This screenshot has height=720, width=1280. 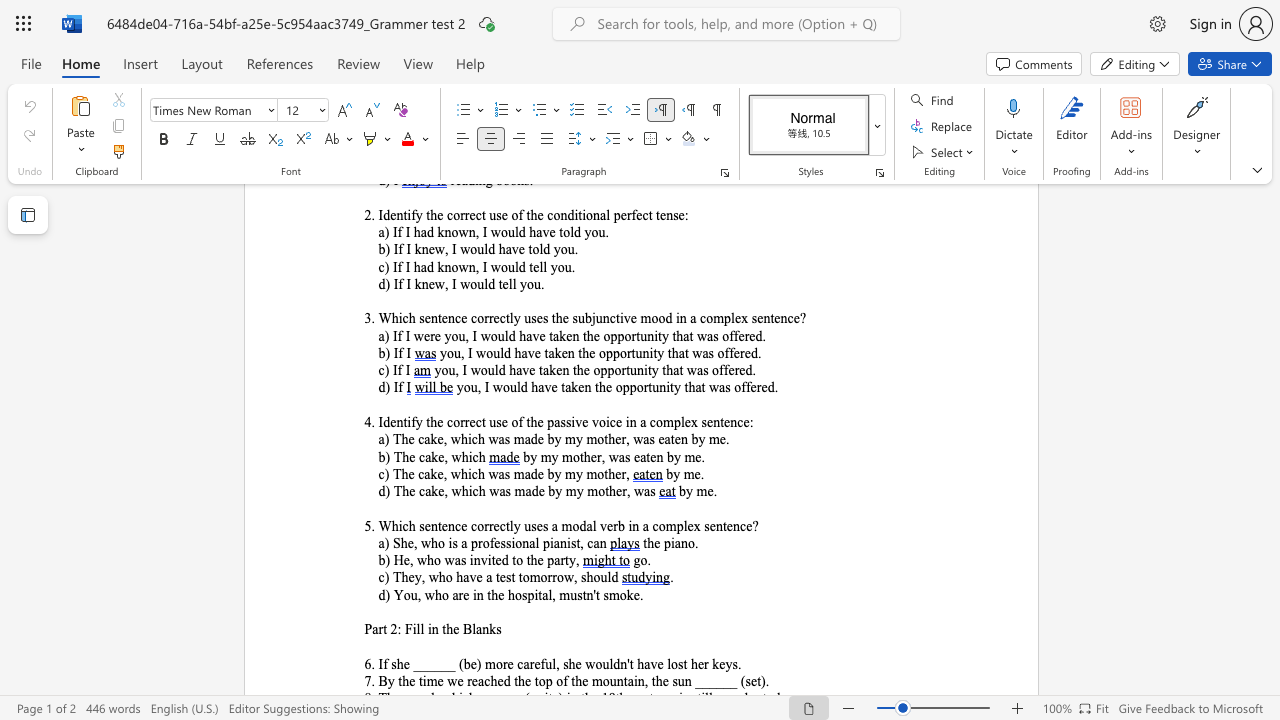 I want to click on the subset text "he cake," within the text "d) The cake, which was made by my mother, was", so click(x=401, y=491).